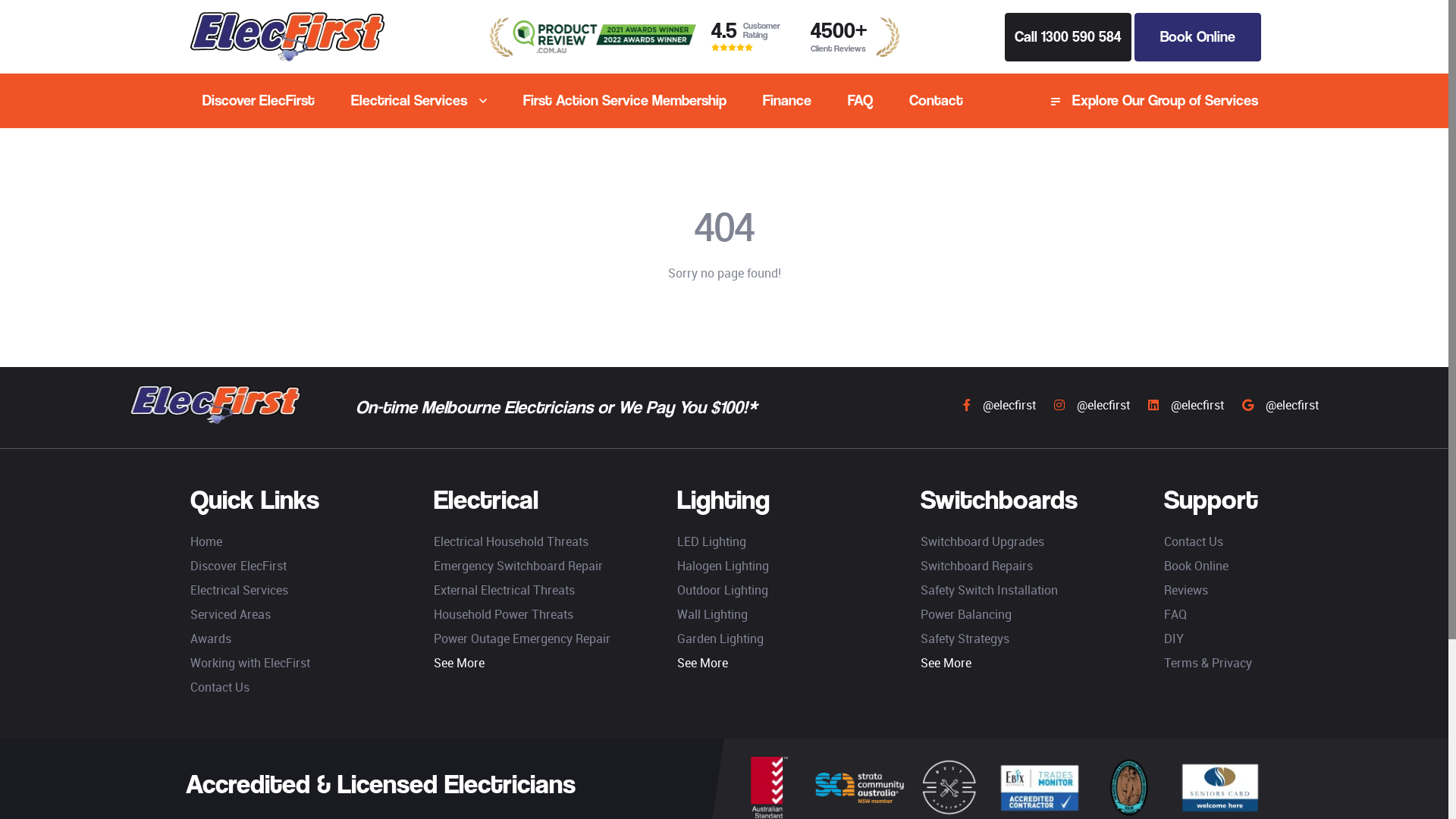 The width and height of the screenshot is (1456, 819). Describe the element at coordinates (458, 662) in the screenshot. I see `'See More'` at that location.